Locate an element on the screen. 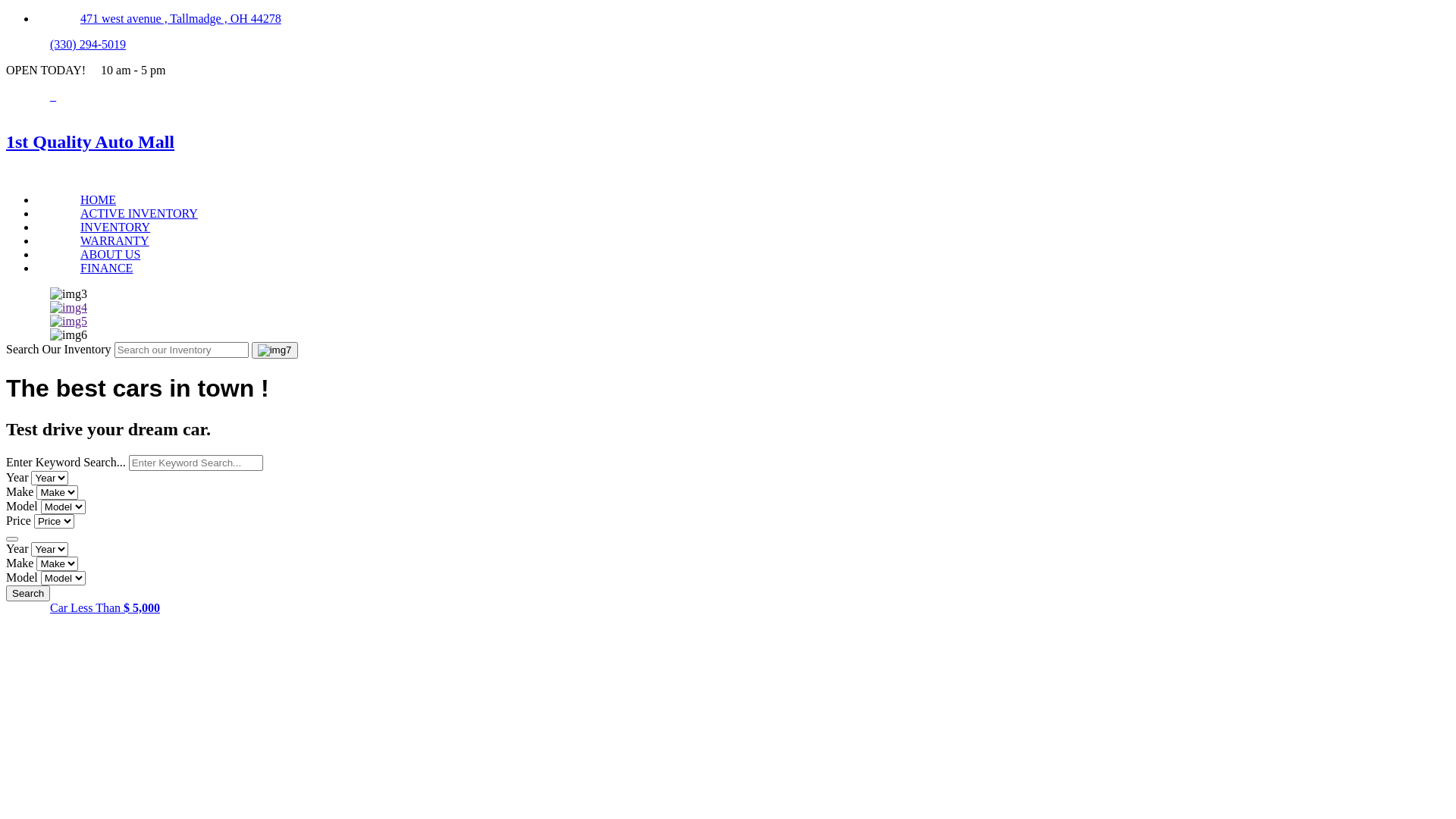 The width and height of the screenshot is (1456, 819). 'Car Less Than $ 5,000' is located at coordinates (104, 607).